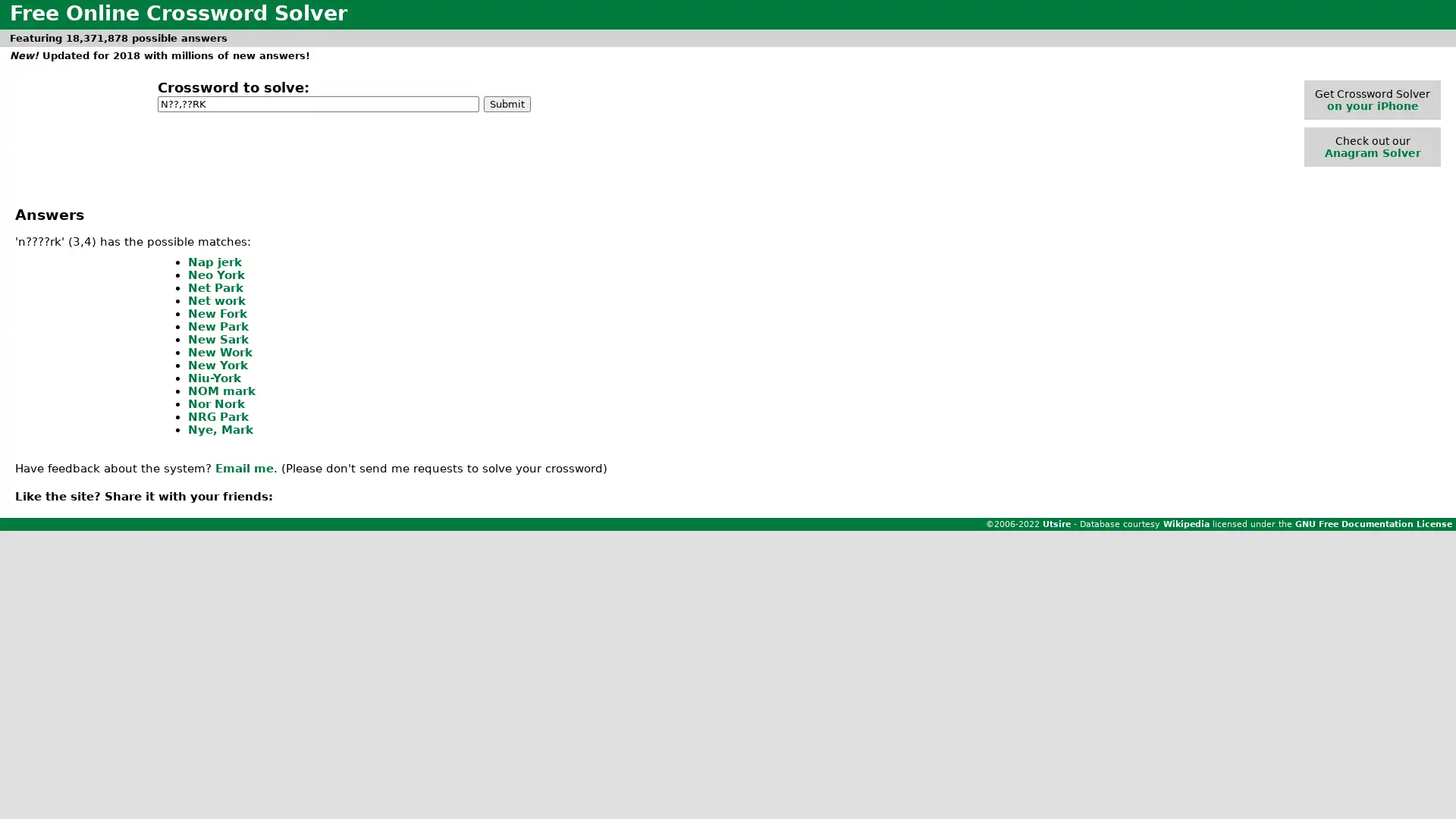 Image resolution: width=1456 pixels, height=819 pixels. Describe the element at coordinates (507, 102) in the screenshot. I see `Submit` at that location.